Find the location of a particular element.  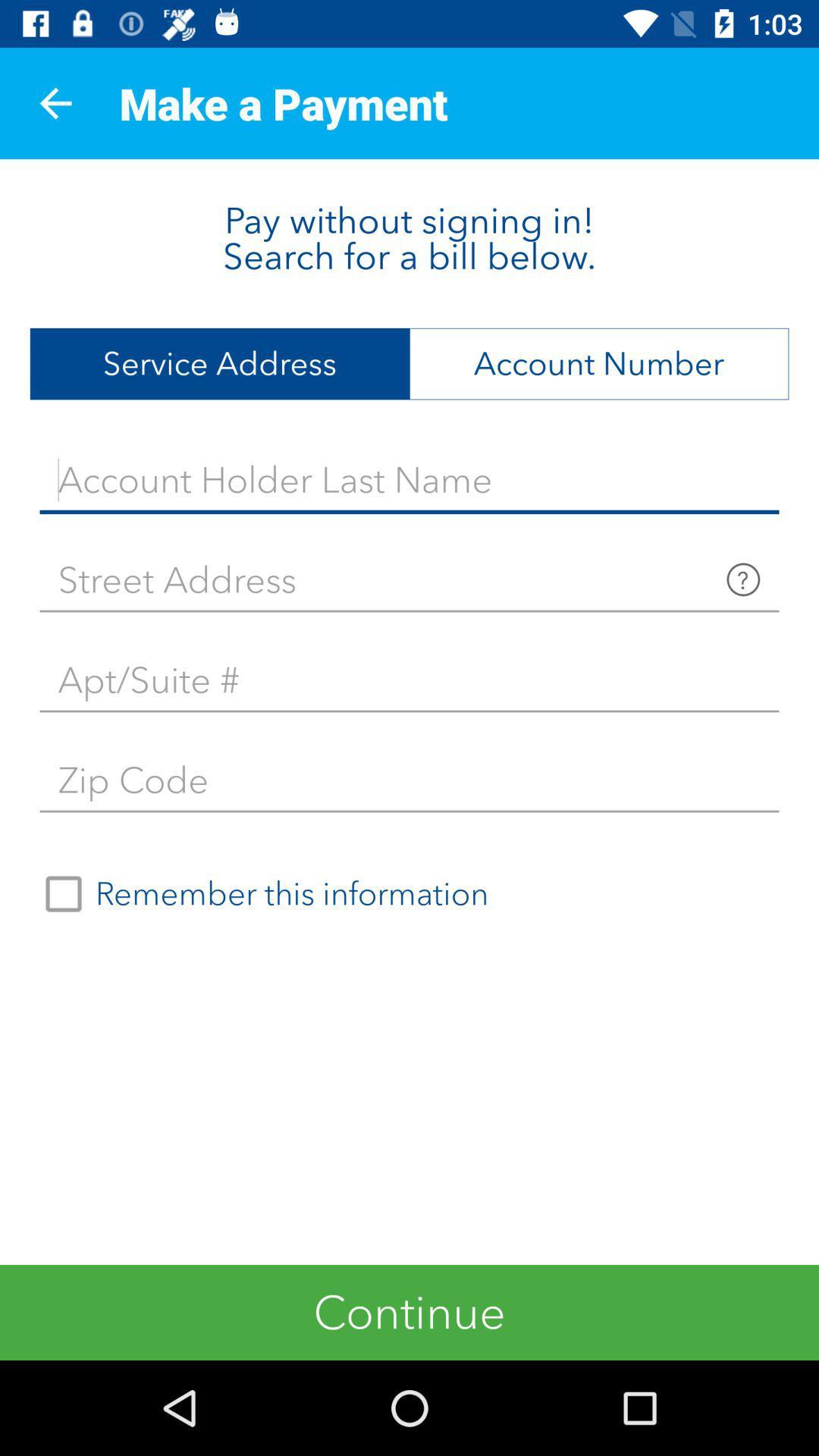

item to the left of the account number item is located at coordinates (219, 364).